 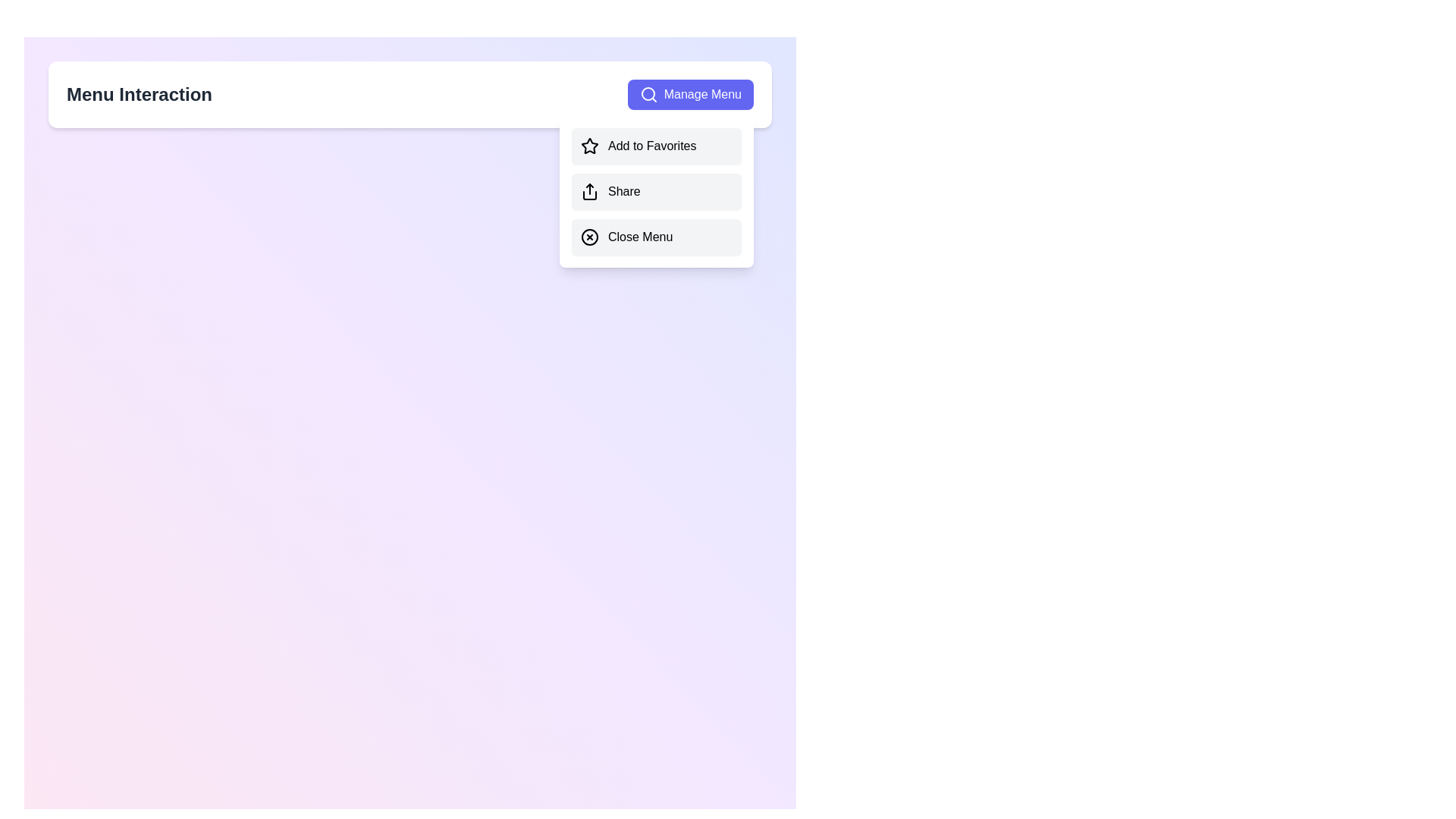 I want to click on the magnifying glass icon located within the 'Manage Menu' button at the top right of the interface, so click(x=648, y=94).